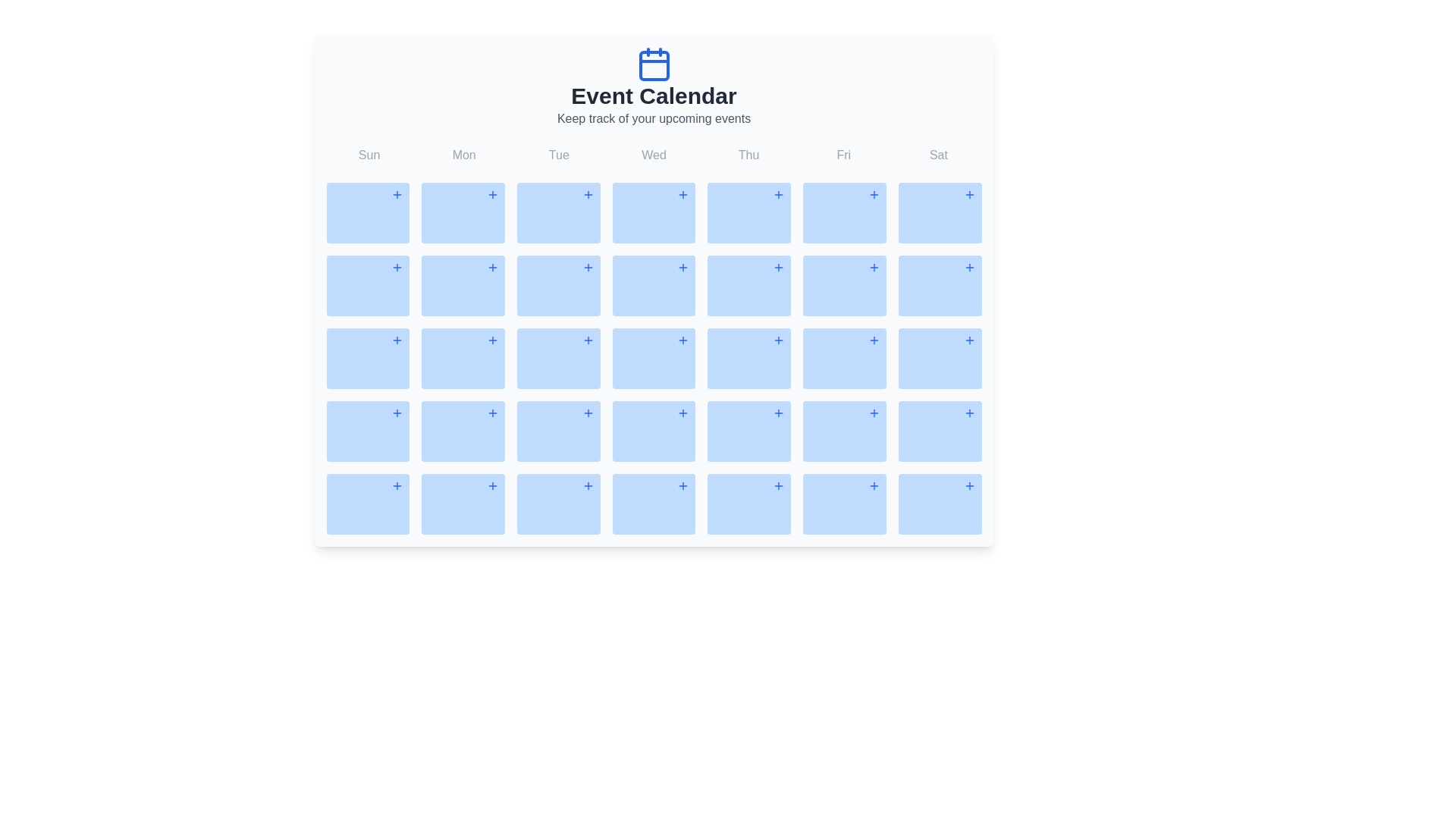 The width and height of the screenshot is (1456, 819). Describe the element at coordinates (587, 194) in the screenshot. I see `the blue plus icon button located` at that location.